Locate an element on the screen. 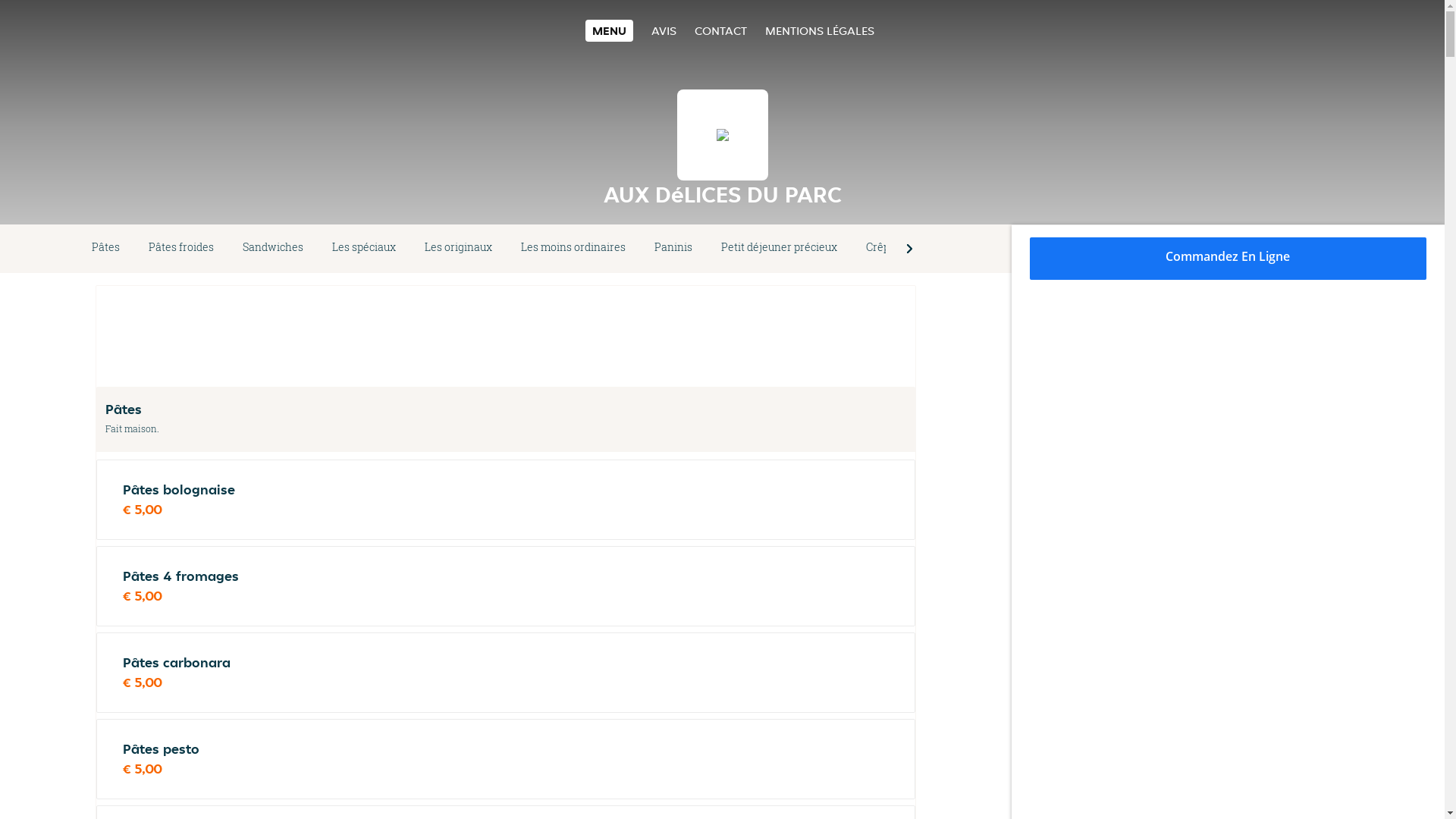 This screenshot has height=819, width=1456. 'CONTACT' is located at coordinates (720, 30).